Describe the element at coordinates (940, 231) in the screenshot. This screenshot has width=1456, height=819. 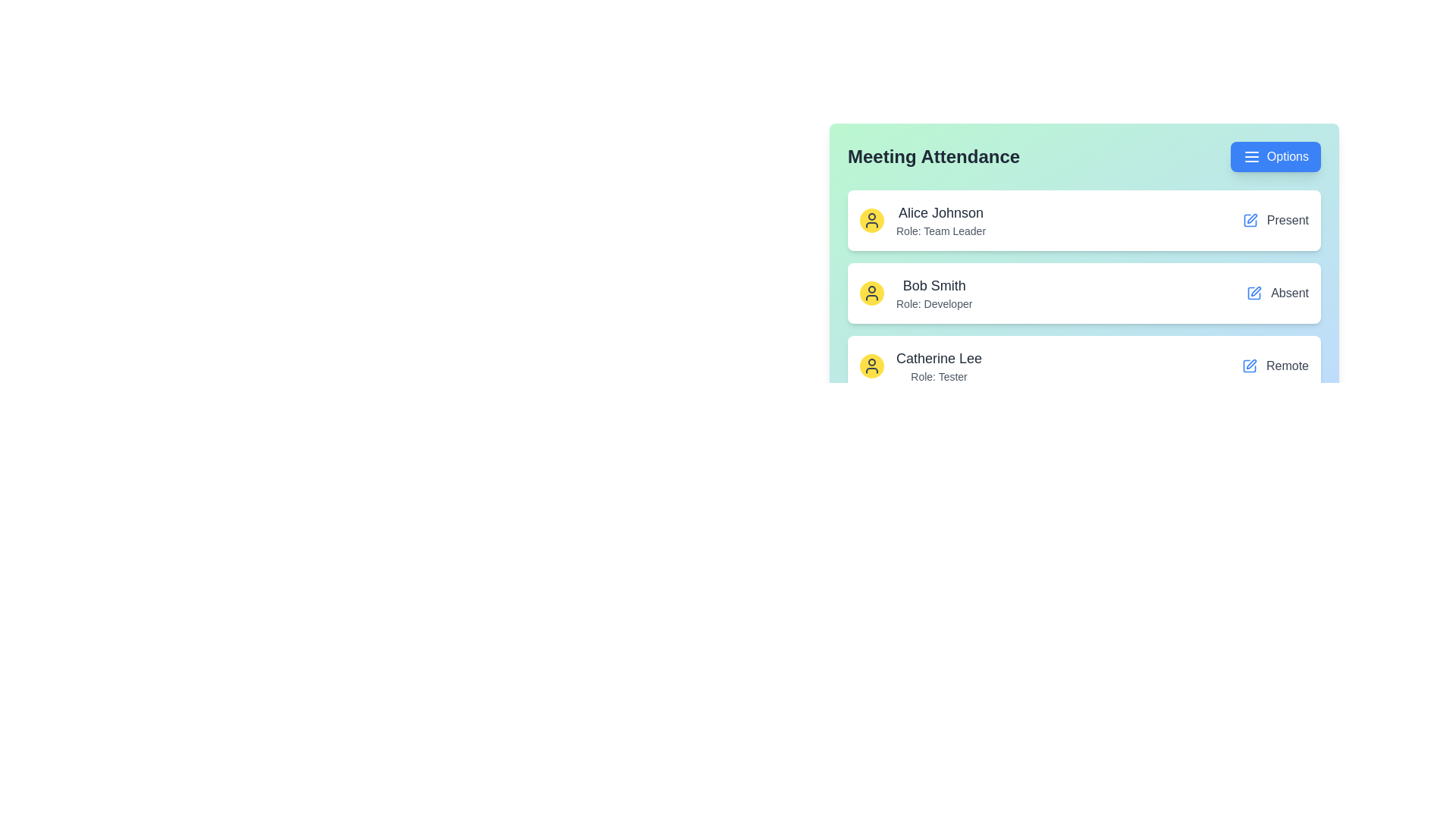
I see `the text label displaying 'Role: Team Leader', which is located directly beneath 'Alice Johnson' in the Meeting Attendance list, to focus on it` at that location.